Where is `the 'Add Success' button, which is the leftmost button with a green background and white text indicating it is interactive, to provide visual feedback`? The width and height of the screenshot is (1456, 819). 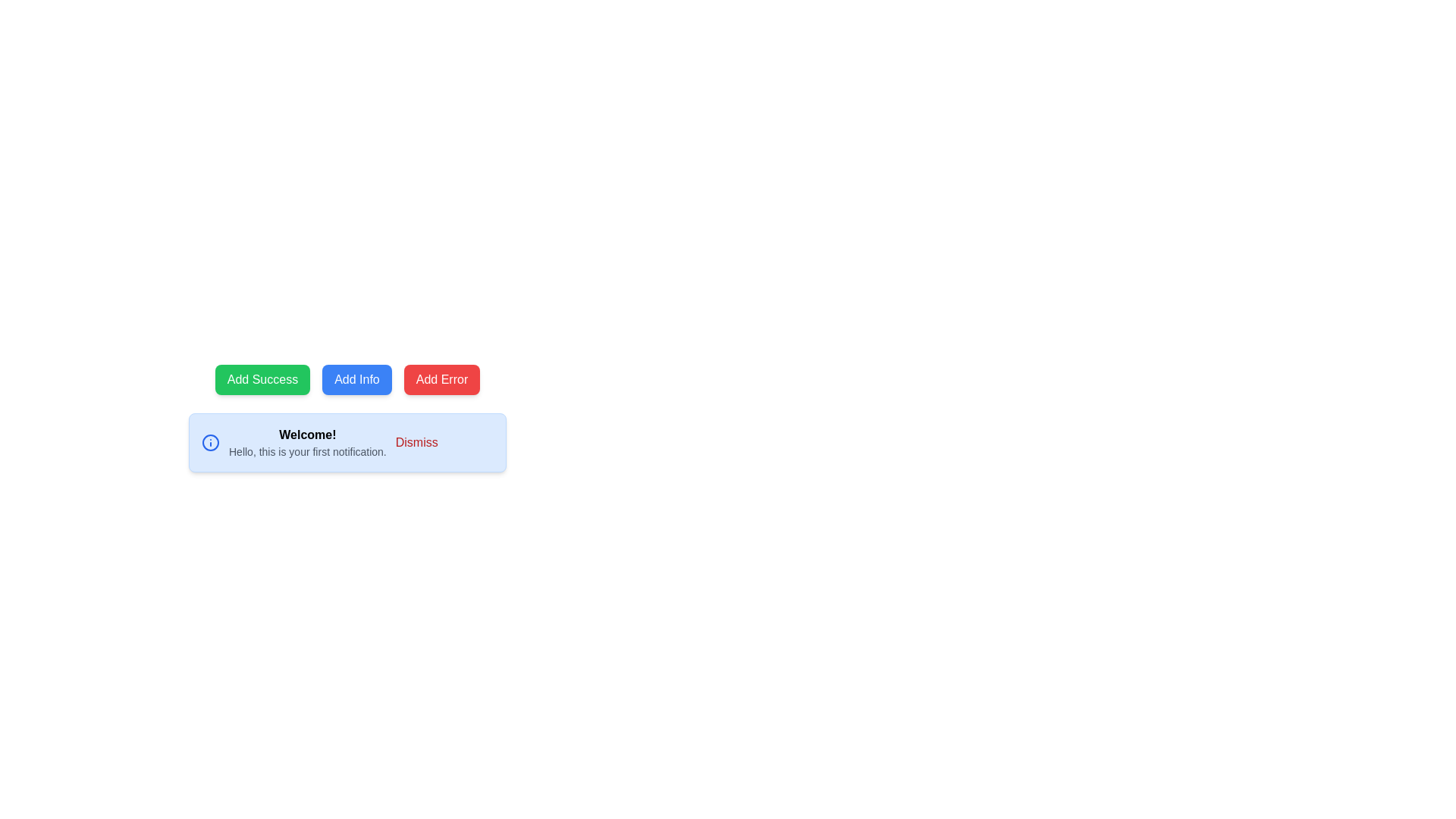 the 'Add Success' button, which is the leftmost button with a green background and white text indicating it is interactive, to provide visual feedback is located at coordinates (262, 379).